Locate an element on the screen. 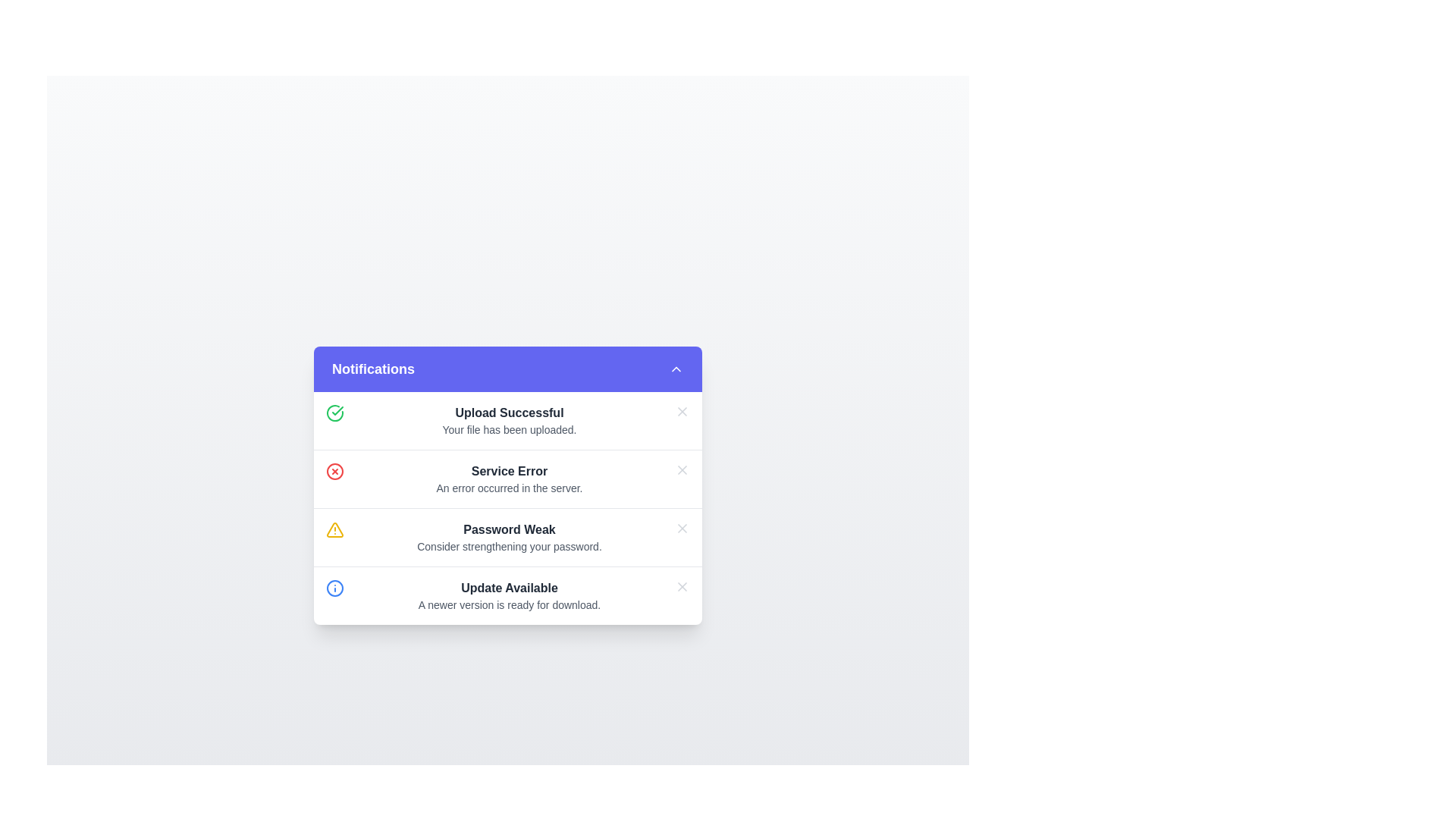 This screenshot has height=819, width=1456. the close button on the notification block indicating a newer version available, which is the fourth item in the vertically stacked list of notifications is located at coordinates (508, 595).